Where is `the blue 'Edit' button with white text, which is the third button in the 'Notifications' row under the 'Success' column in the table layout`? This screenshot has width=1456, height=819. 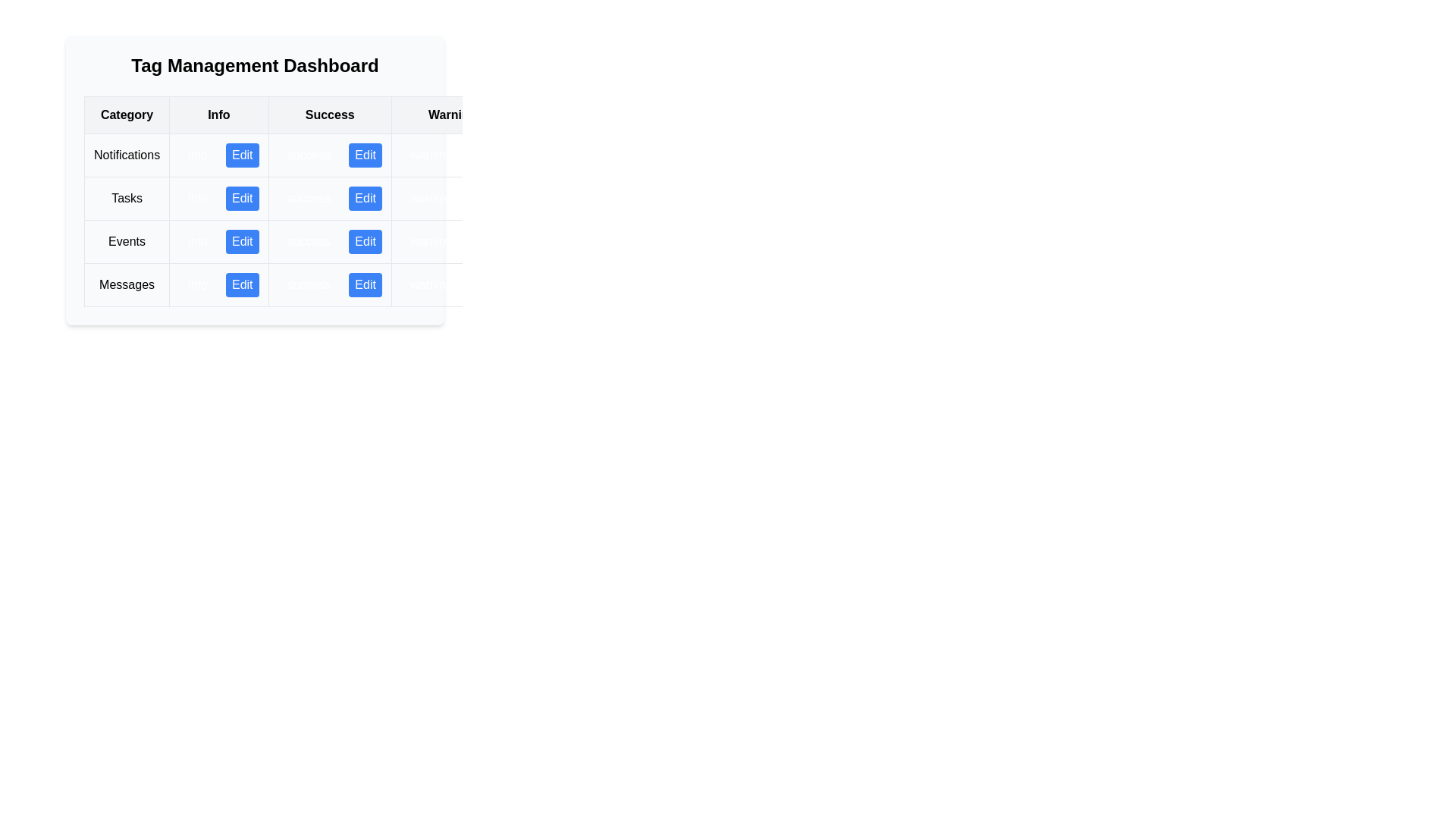
the blue 'Edit' button with white text, which is the third button in the 'Notifications' row under the 'Success' column in the table layout is located at coordinates (350, 155).